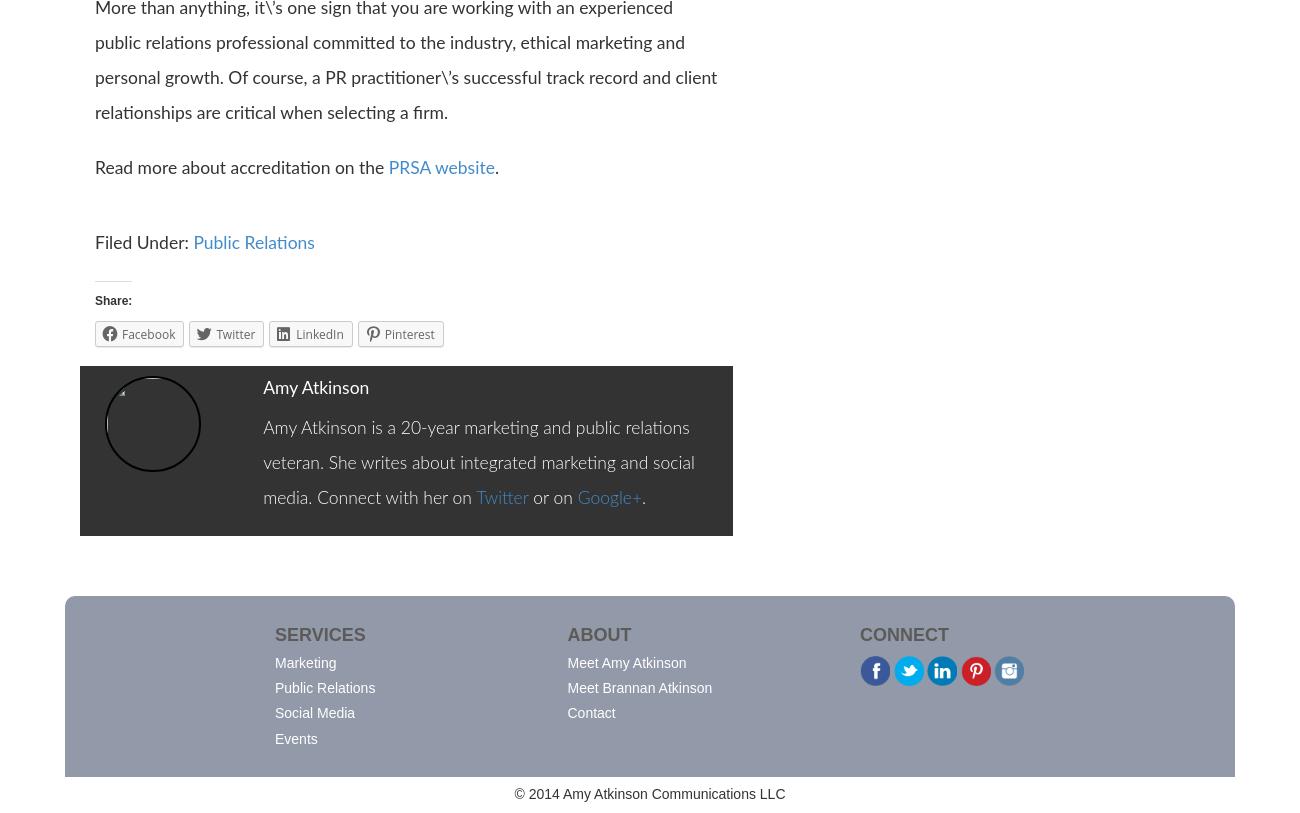 This screenshot has width=1300, height=813. I want to click on 'Marketing', so click(274, 662).